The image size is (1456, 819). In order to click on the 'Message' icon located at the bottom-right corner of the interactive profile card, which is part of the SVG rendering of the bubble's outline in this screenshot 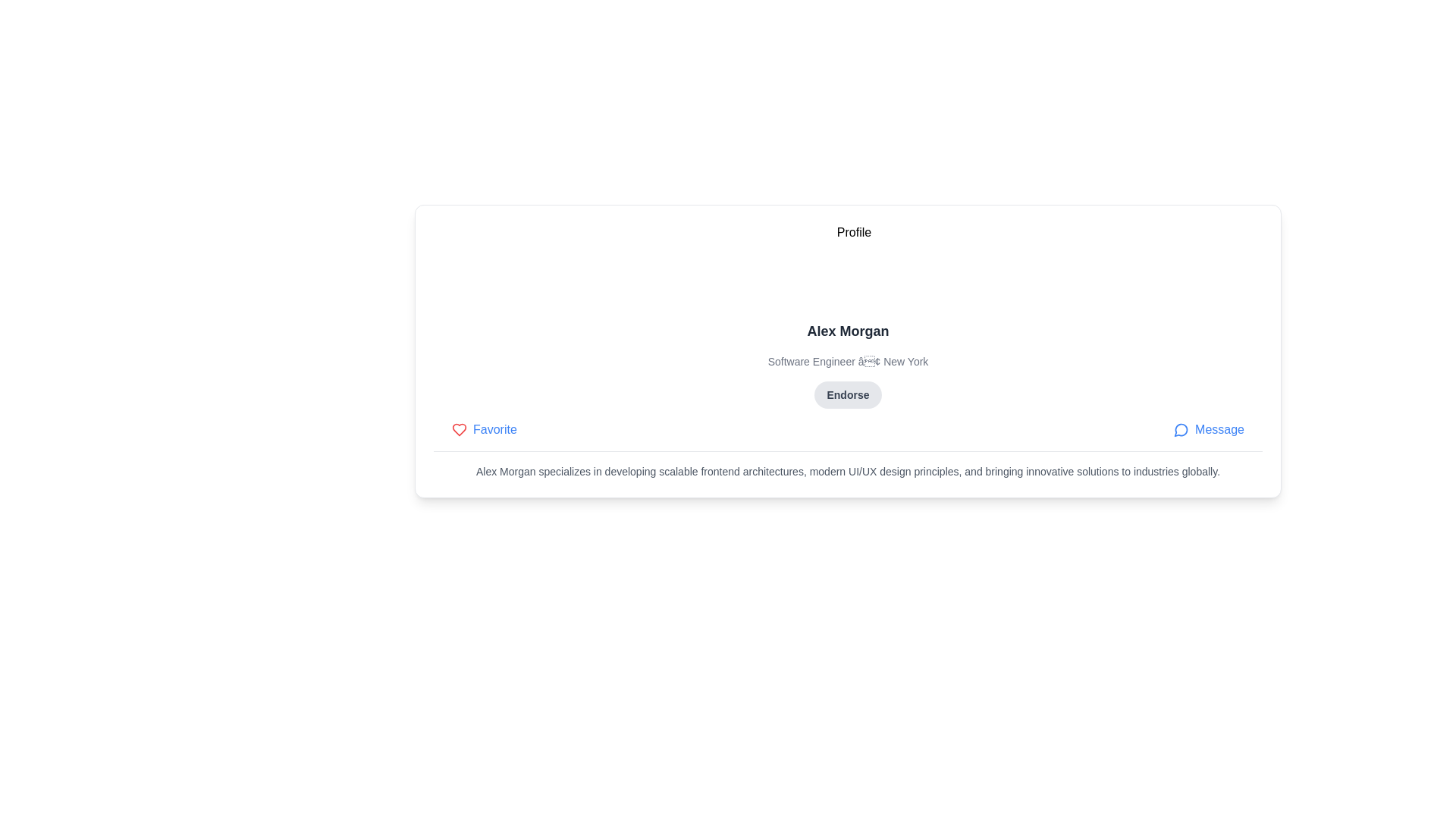, I will do `click(1180, 430)`.